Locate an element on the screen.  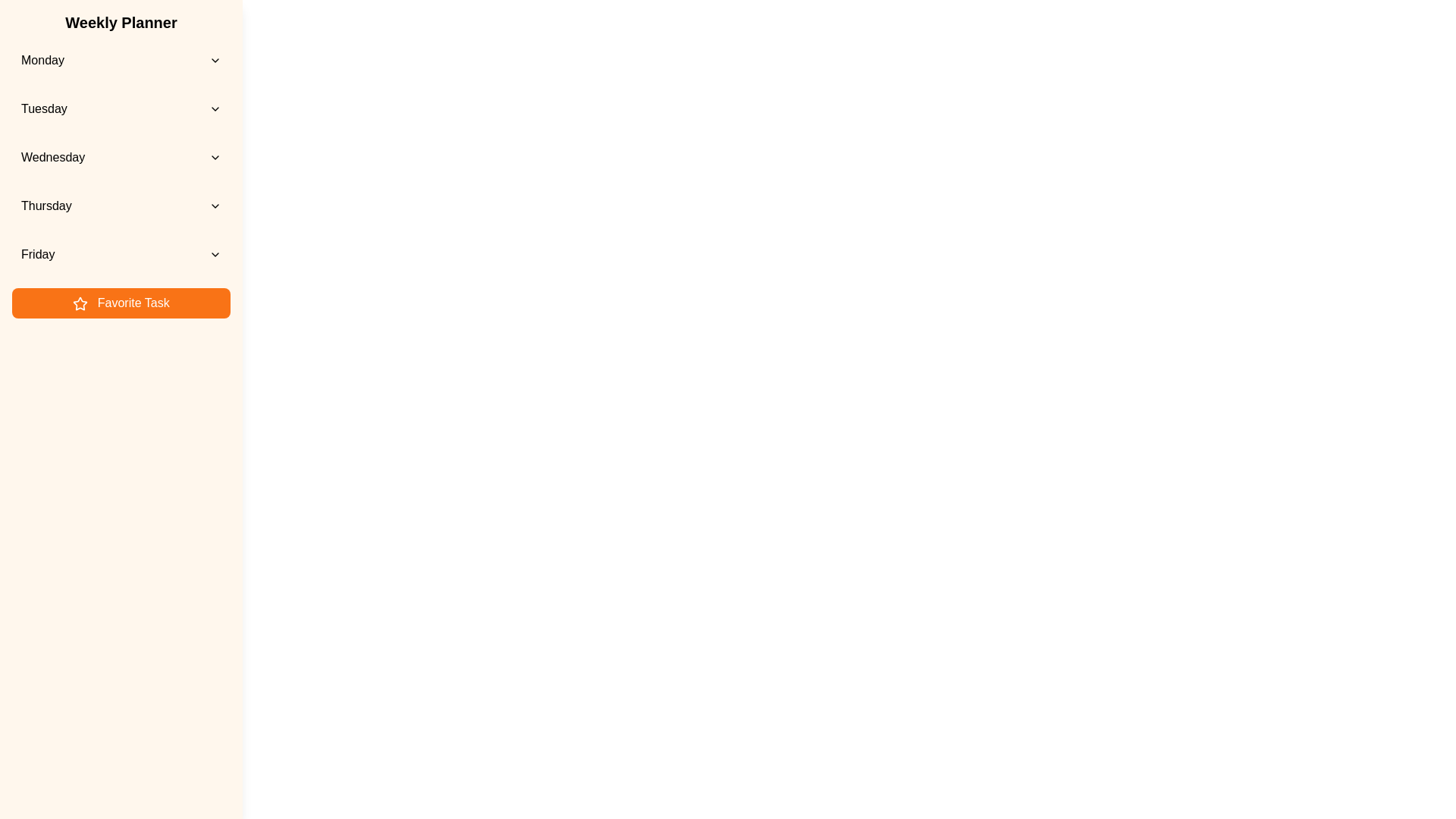
the day Monday from the list to view its events is located at coordinates (120, 60).